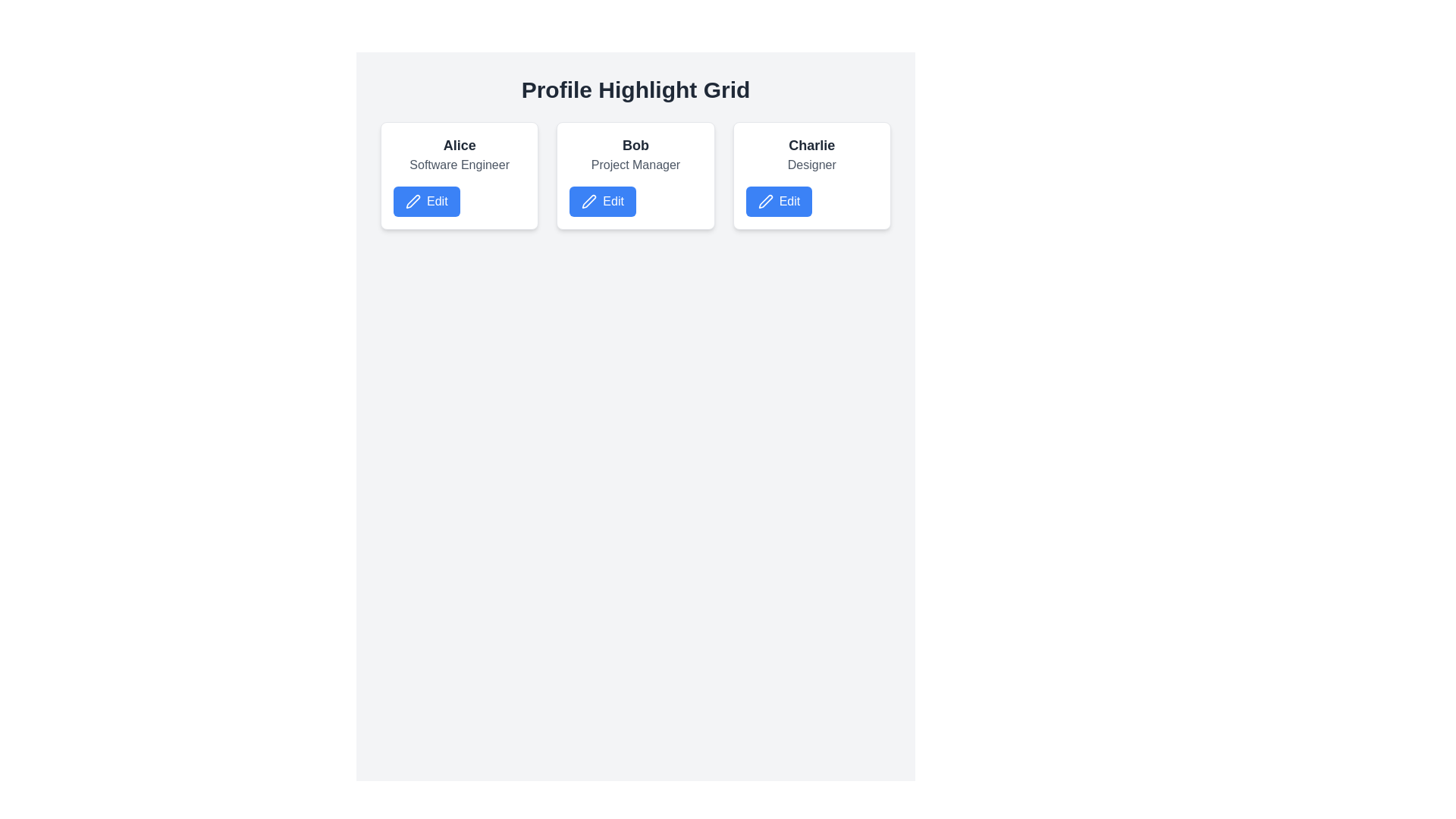  Describe the element at coordinates (602, 201) in the screenshot. I see `the rounded blue button labeled 'Edit' with a pen icon to initiate editing` at that location.